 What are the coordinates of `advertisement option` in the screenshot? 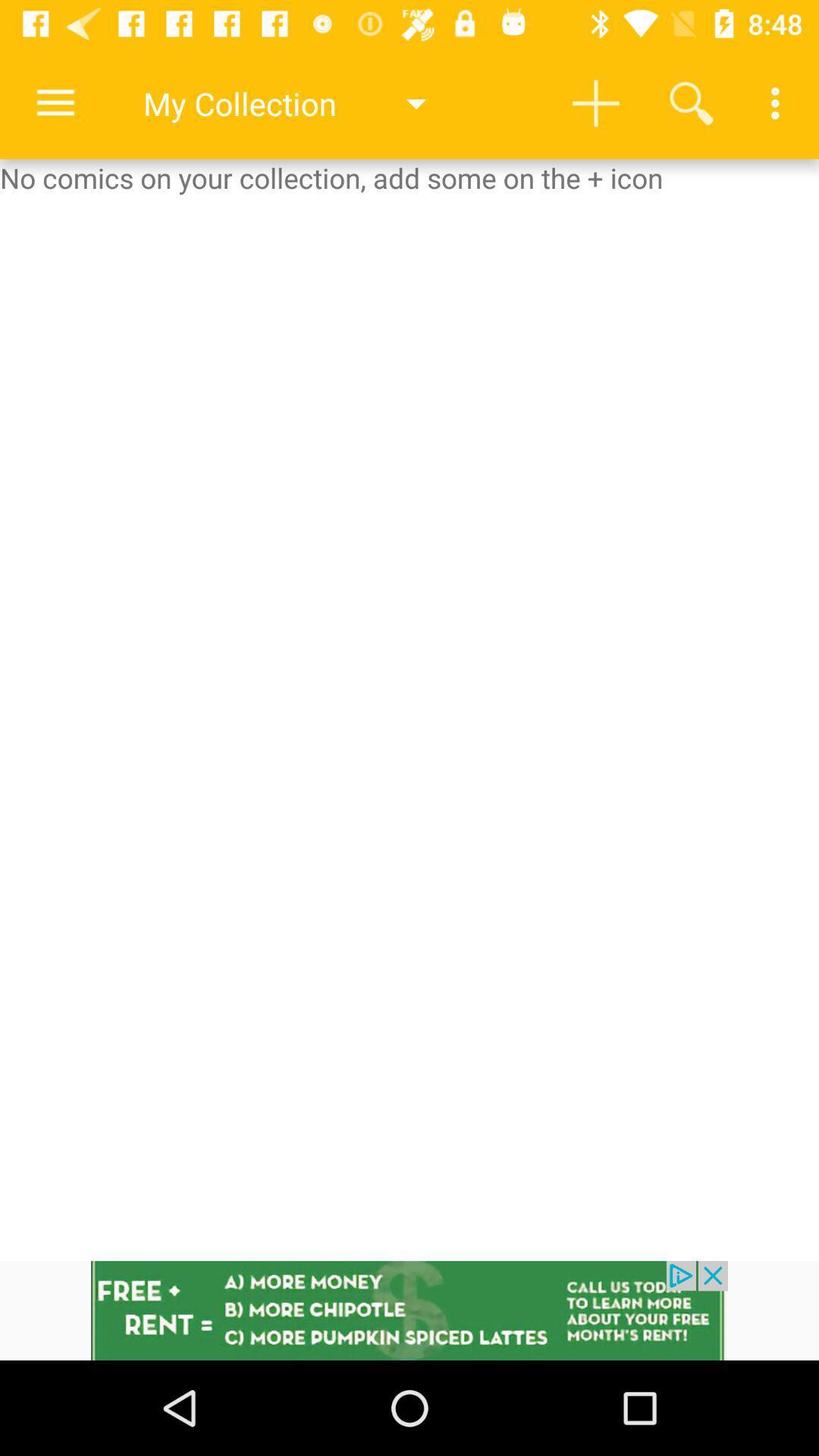 It's located at (409, 1310).